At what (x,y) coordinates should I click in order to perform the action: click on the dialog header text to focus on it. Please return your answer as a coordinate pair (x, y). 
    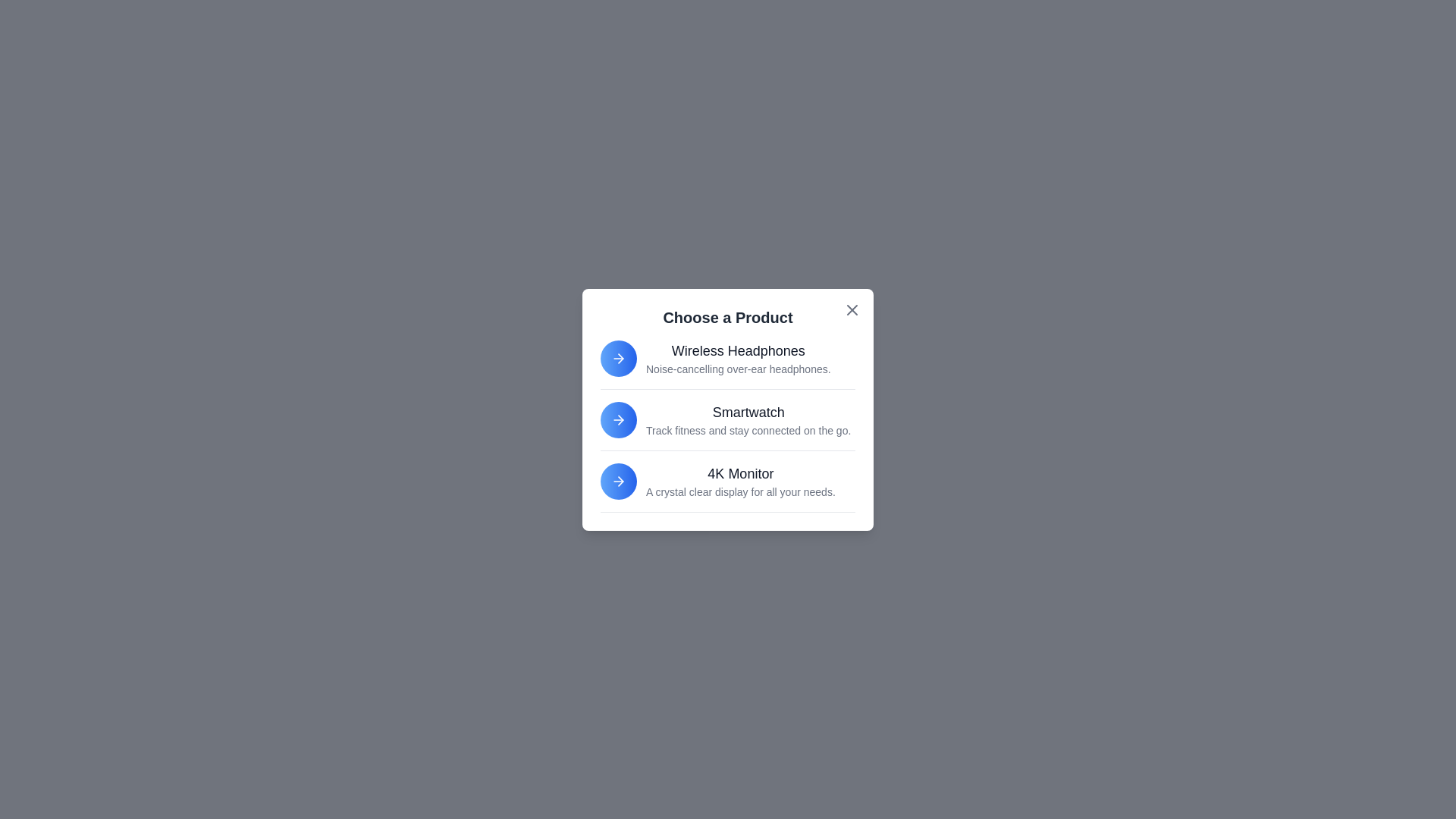
    Looking at the image, I should click on (728, 316).